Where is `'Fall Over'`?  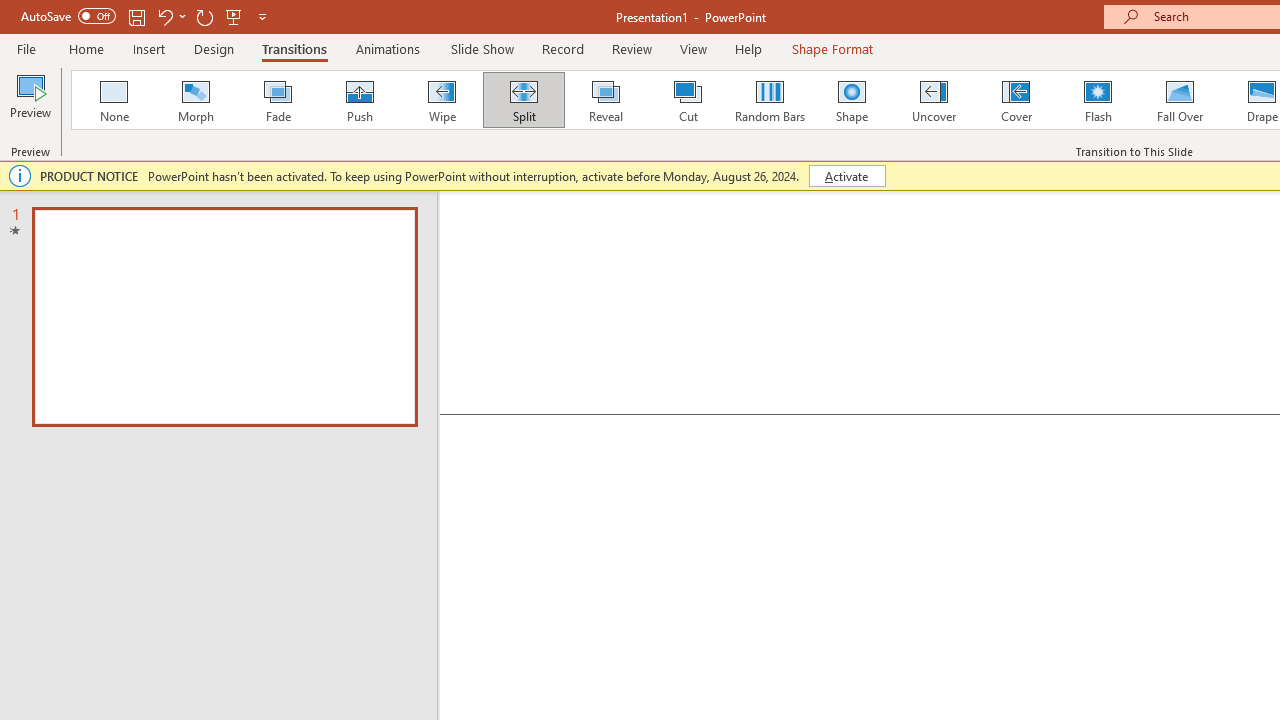 'Fall Over' is located at coordinates (1180, 100).